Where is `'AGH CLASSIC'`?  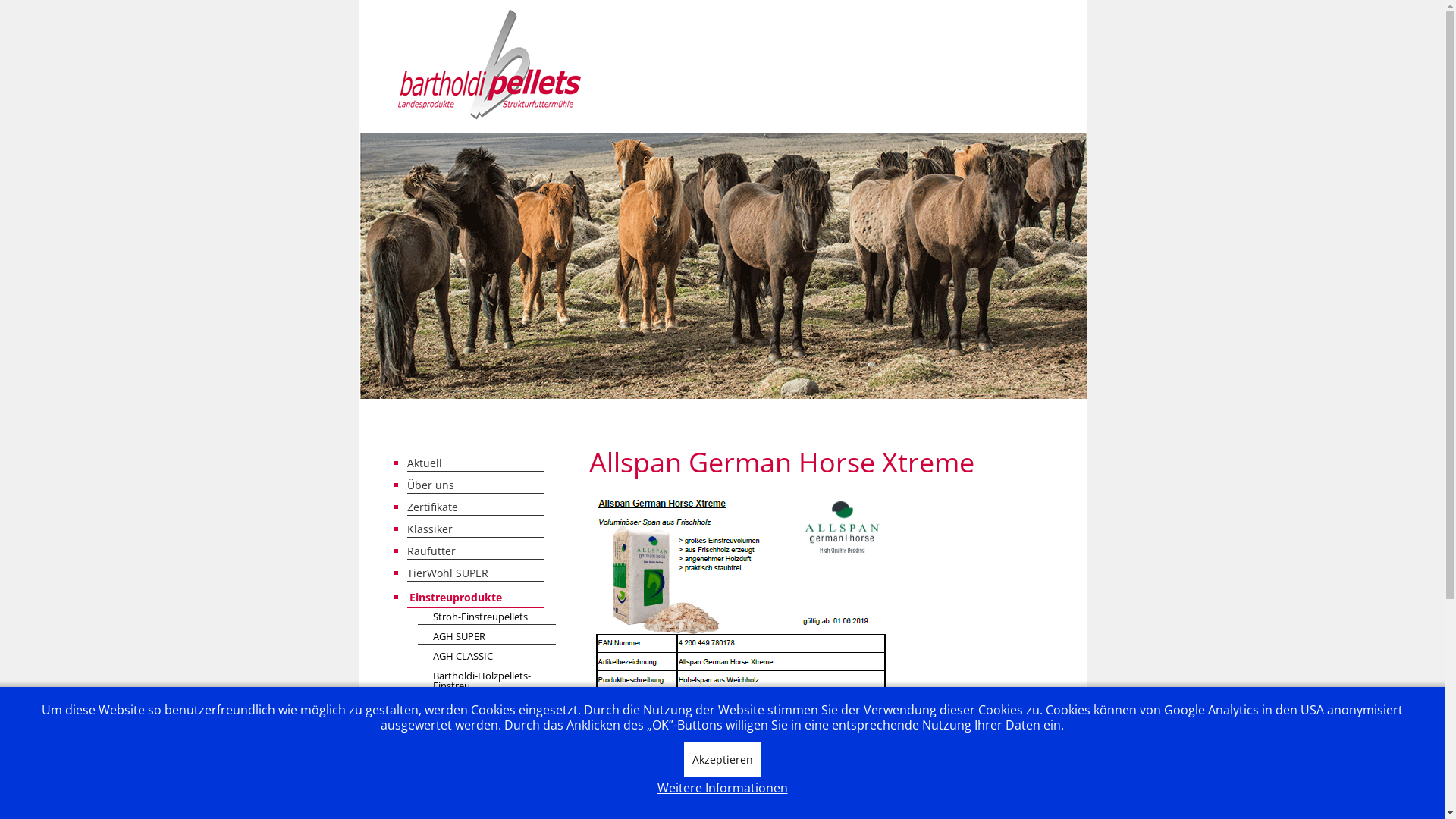
'AGH CLASSIC' is located at coordinates (486, 656).